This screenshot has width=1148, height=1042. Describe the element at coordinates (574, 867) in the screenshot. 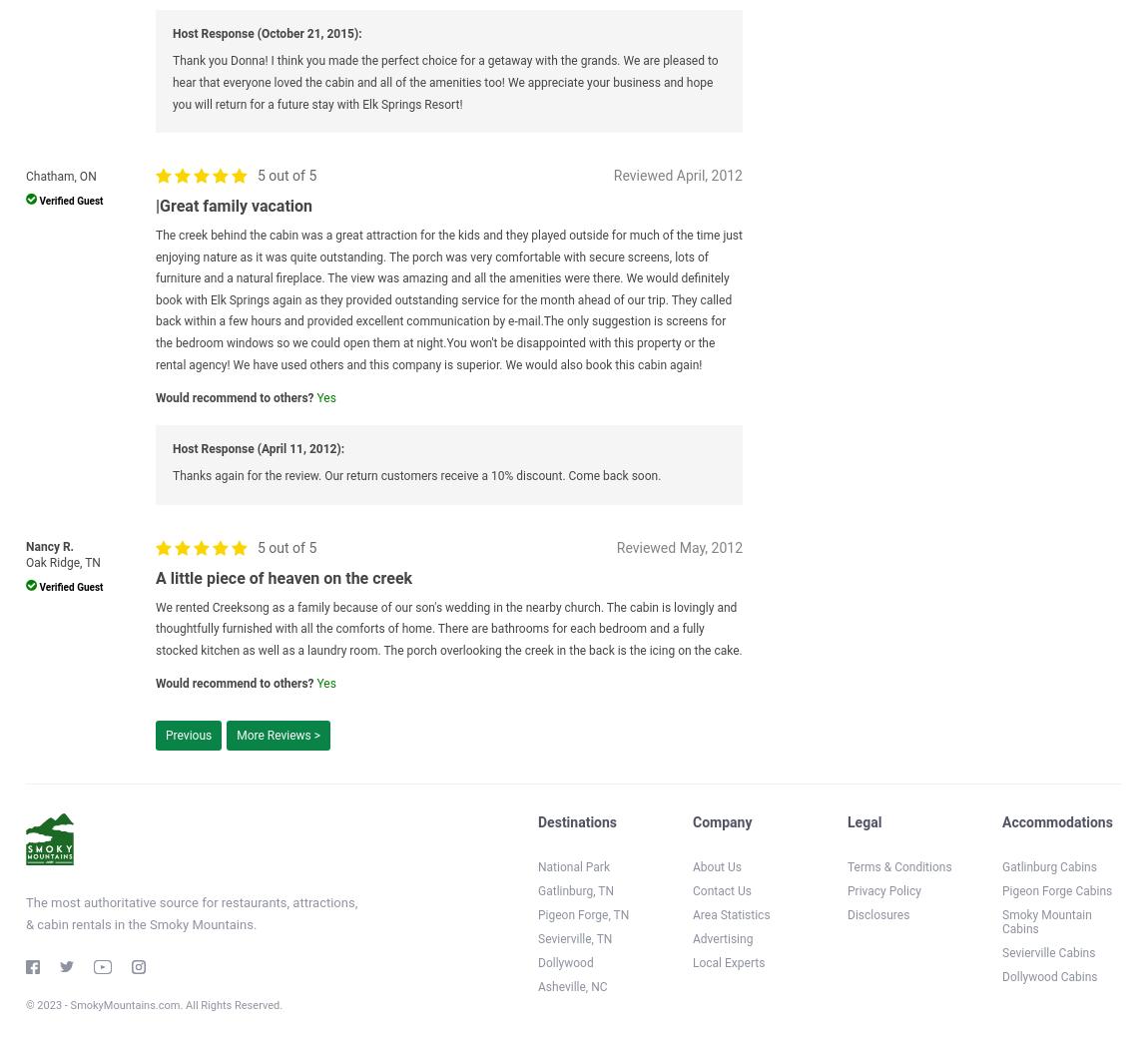

I see `'National Park'` at that location.